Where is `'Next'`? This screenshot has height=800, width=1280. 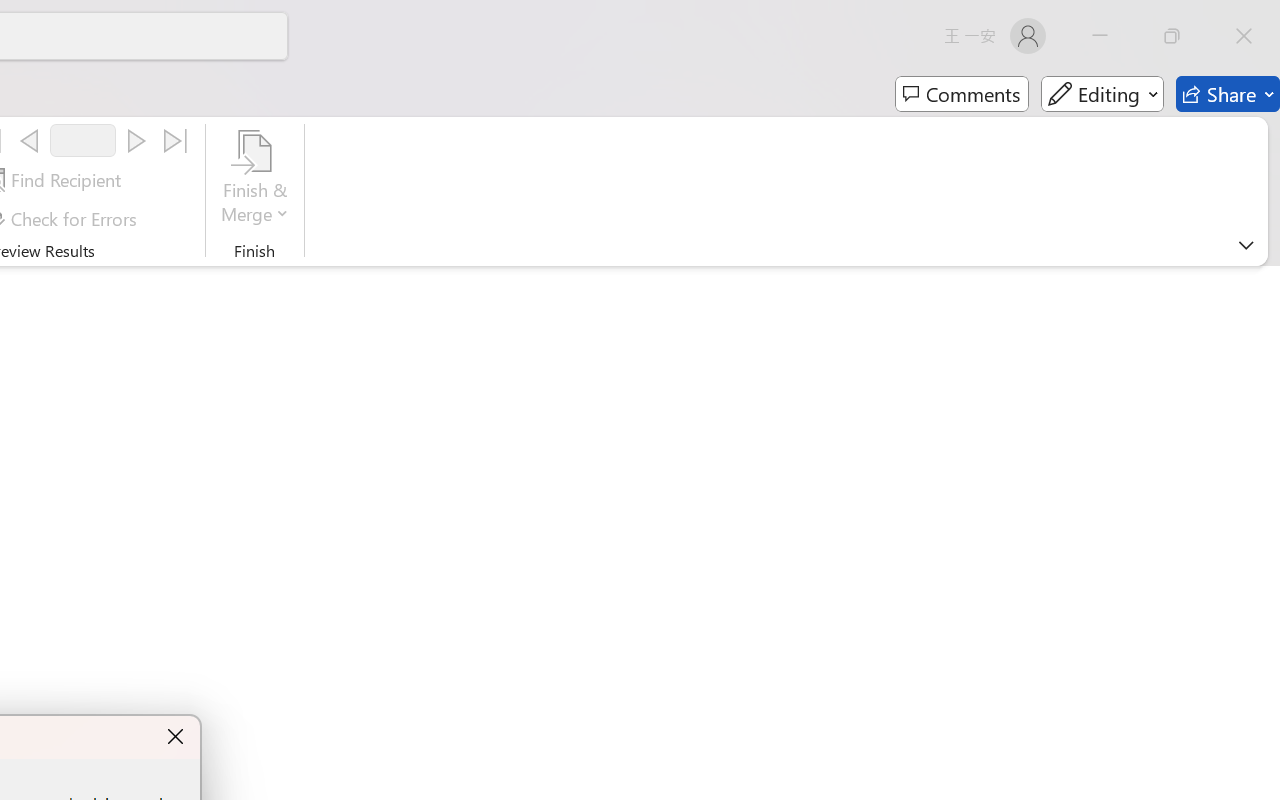
'Next' is located at coordinates (135, 141).